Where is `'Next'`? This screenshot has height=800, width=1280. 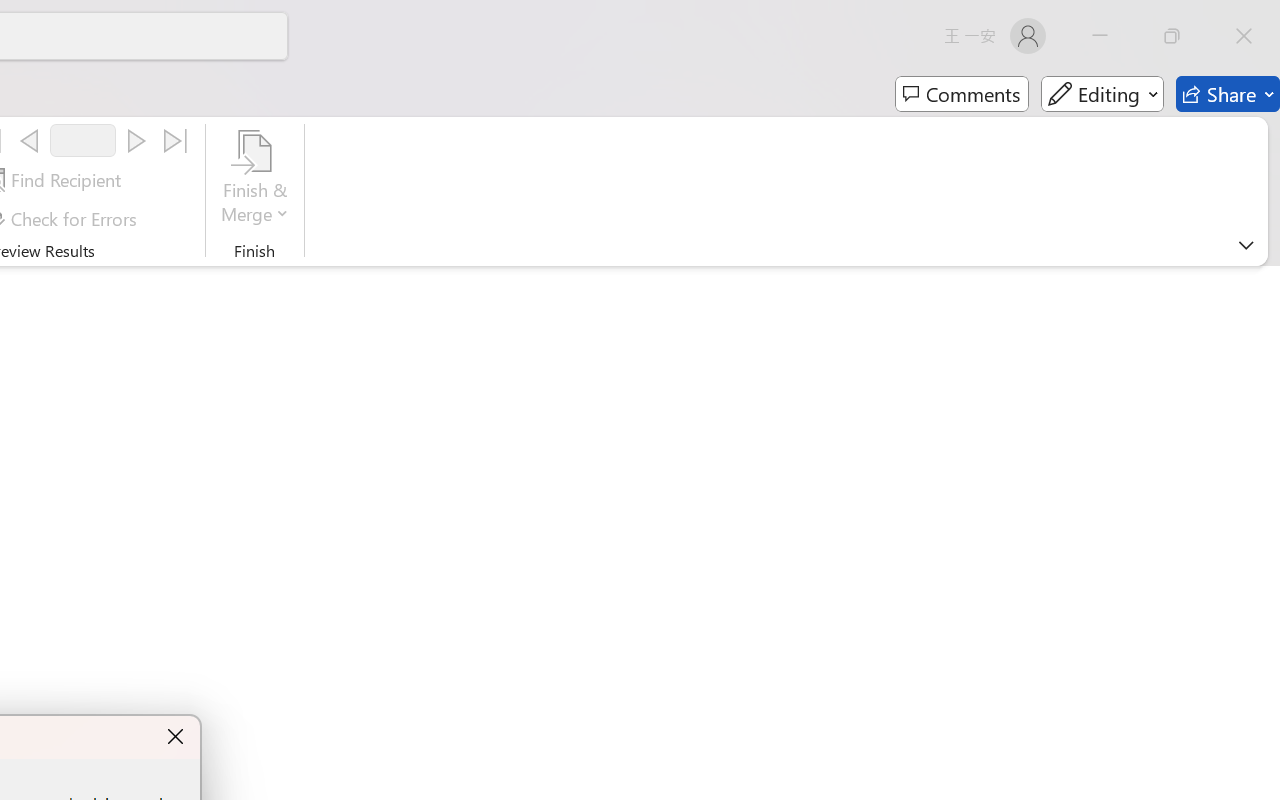
'Next' is located at coordinates (135, 141).